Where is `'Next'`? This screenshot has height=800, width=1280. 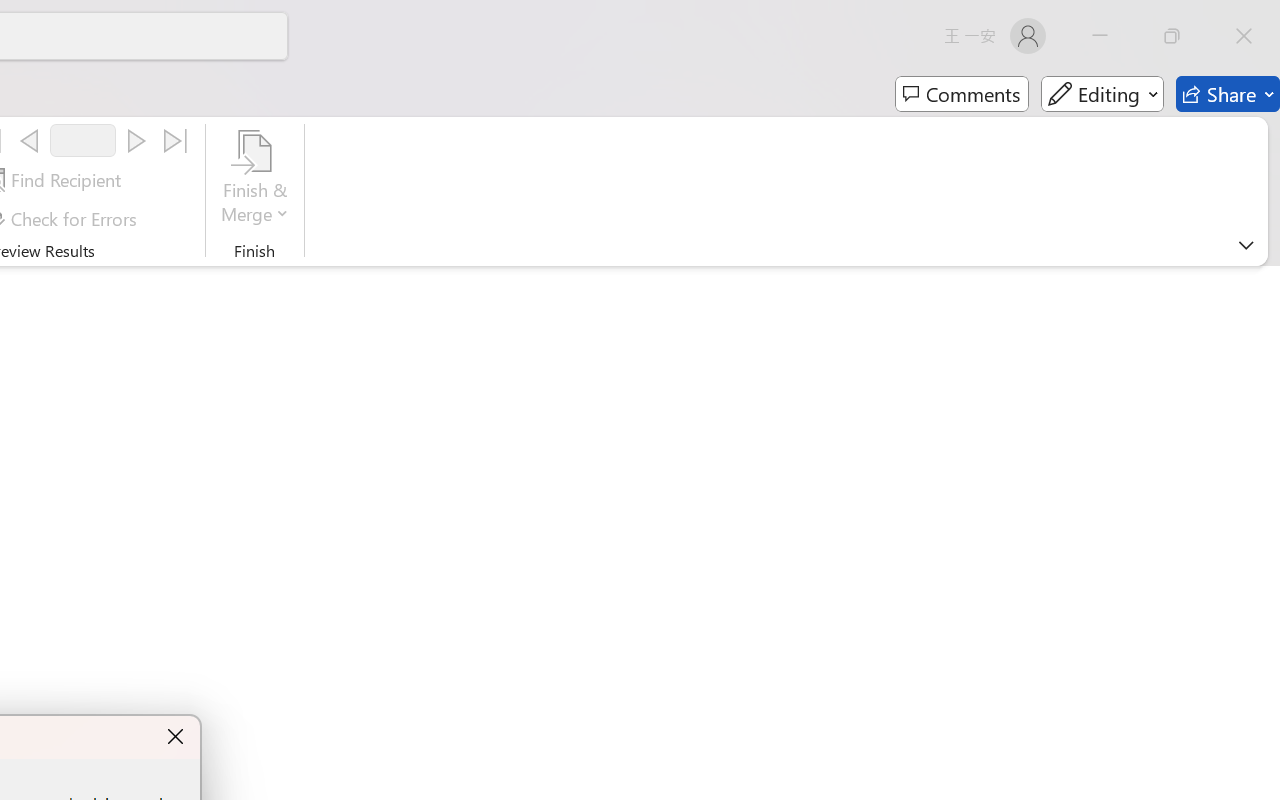
'Next' is located at coordinates (135, 141).